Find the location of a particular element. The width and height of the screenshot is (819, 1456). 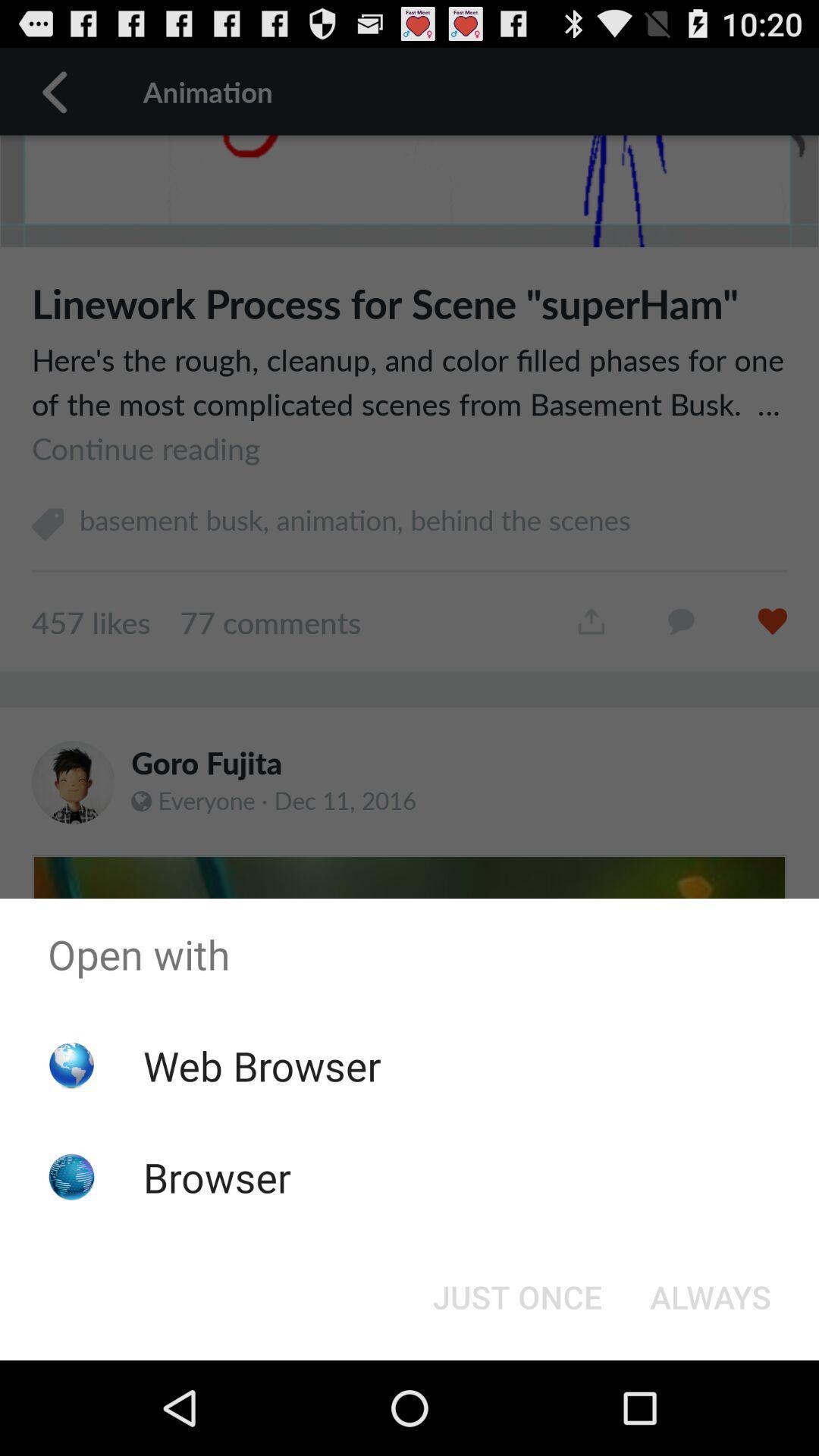

the just once at the bottom is located at coordinates (516, 1295).